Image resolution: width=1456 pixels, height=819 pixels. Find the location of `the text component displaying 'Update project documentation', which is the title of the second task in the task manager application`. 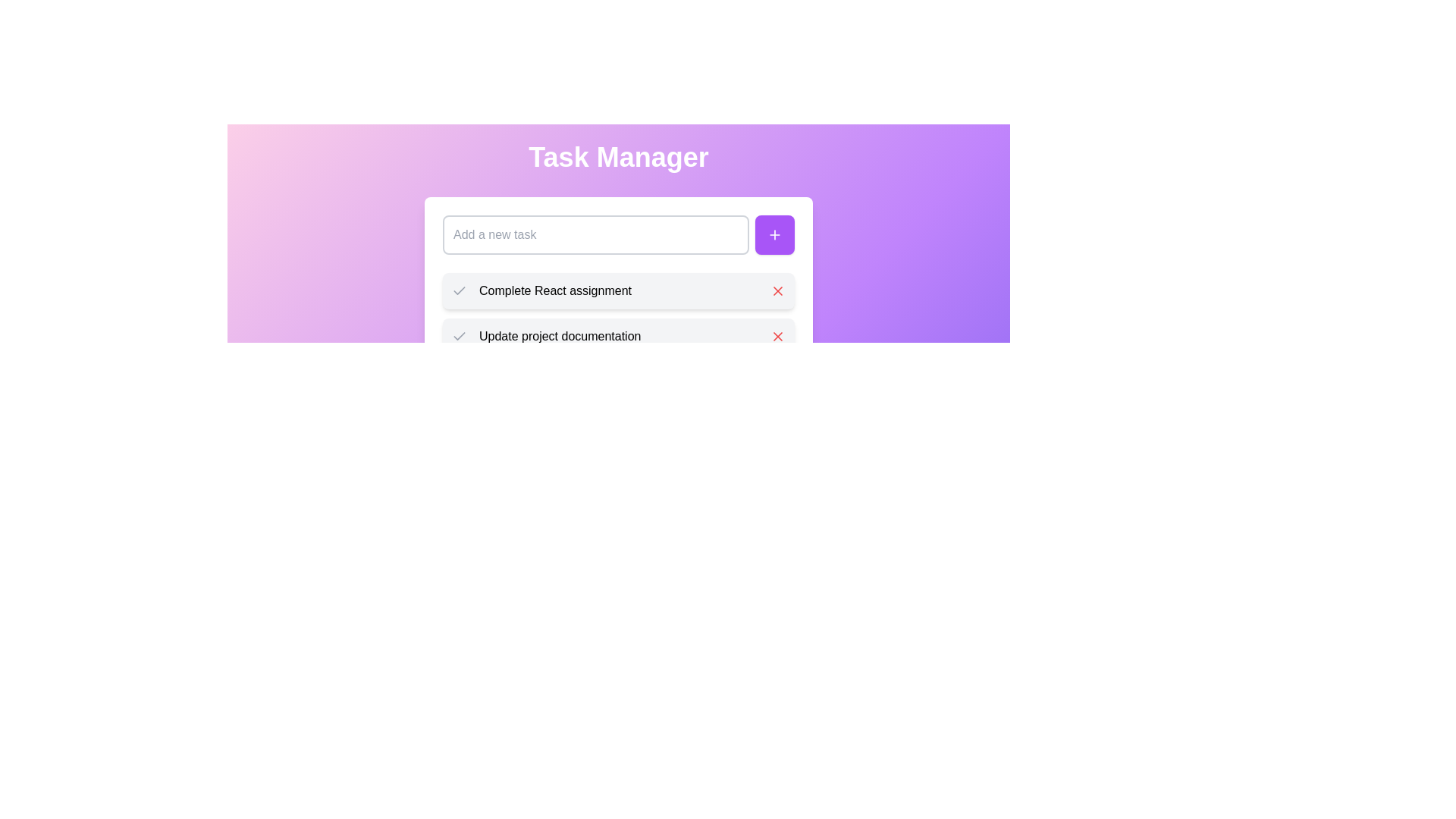

the text component displaying 'Update project documentation', which is the title of the second task in the task manager application is located at coordinates (625, 335).